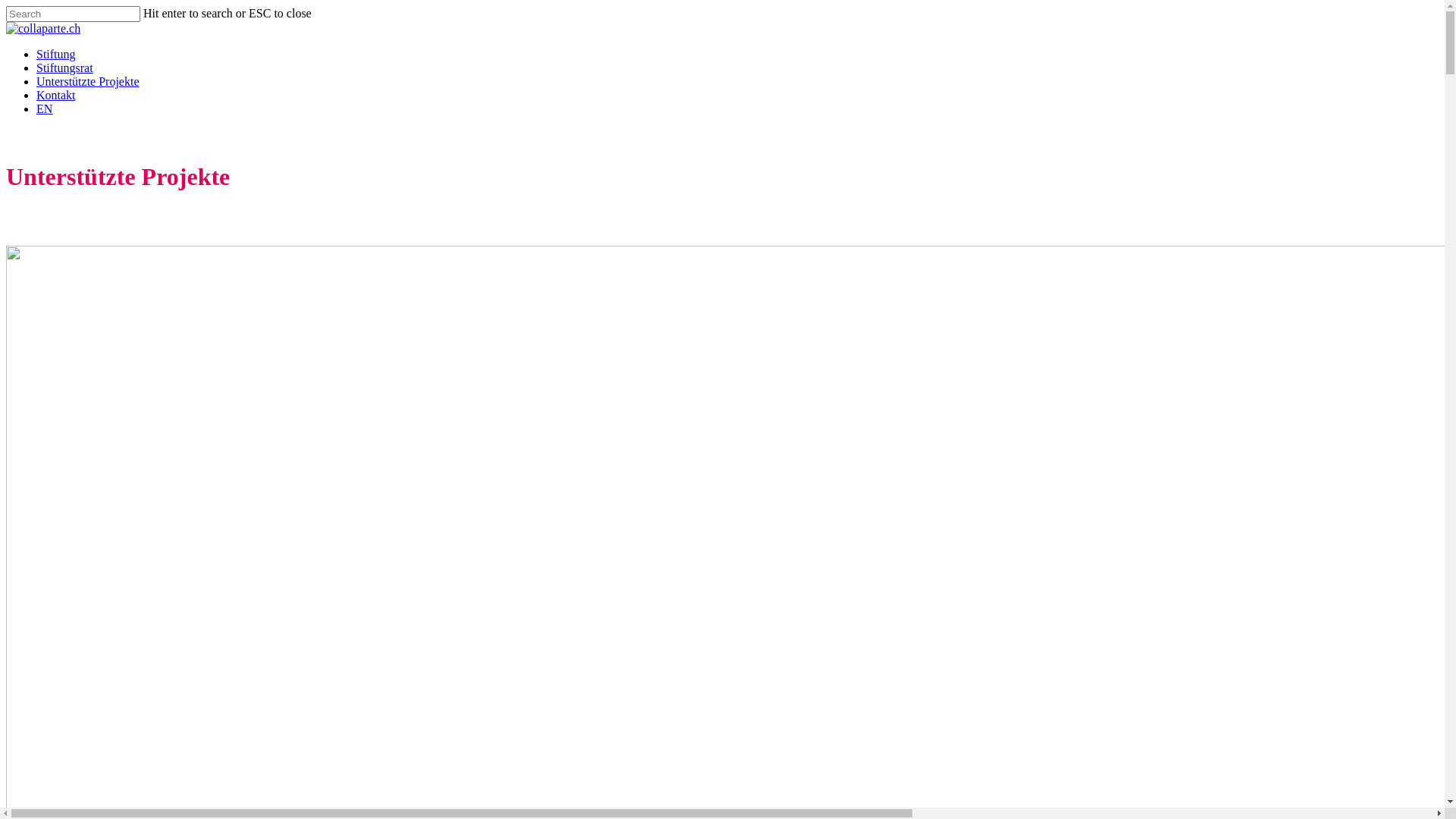 This screenshot has width=1456, height=819. What do you see at coordinates (44, 108) in the screenshot?
I see `'EN'` at bounding box center [44, 108].